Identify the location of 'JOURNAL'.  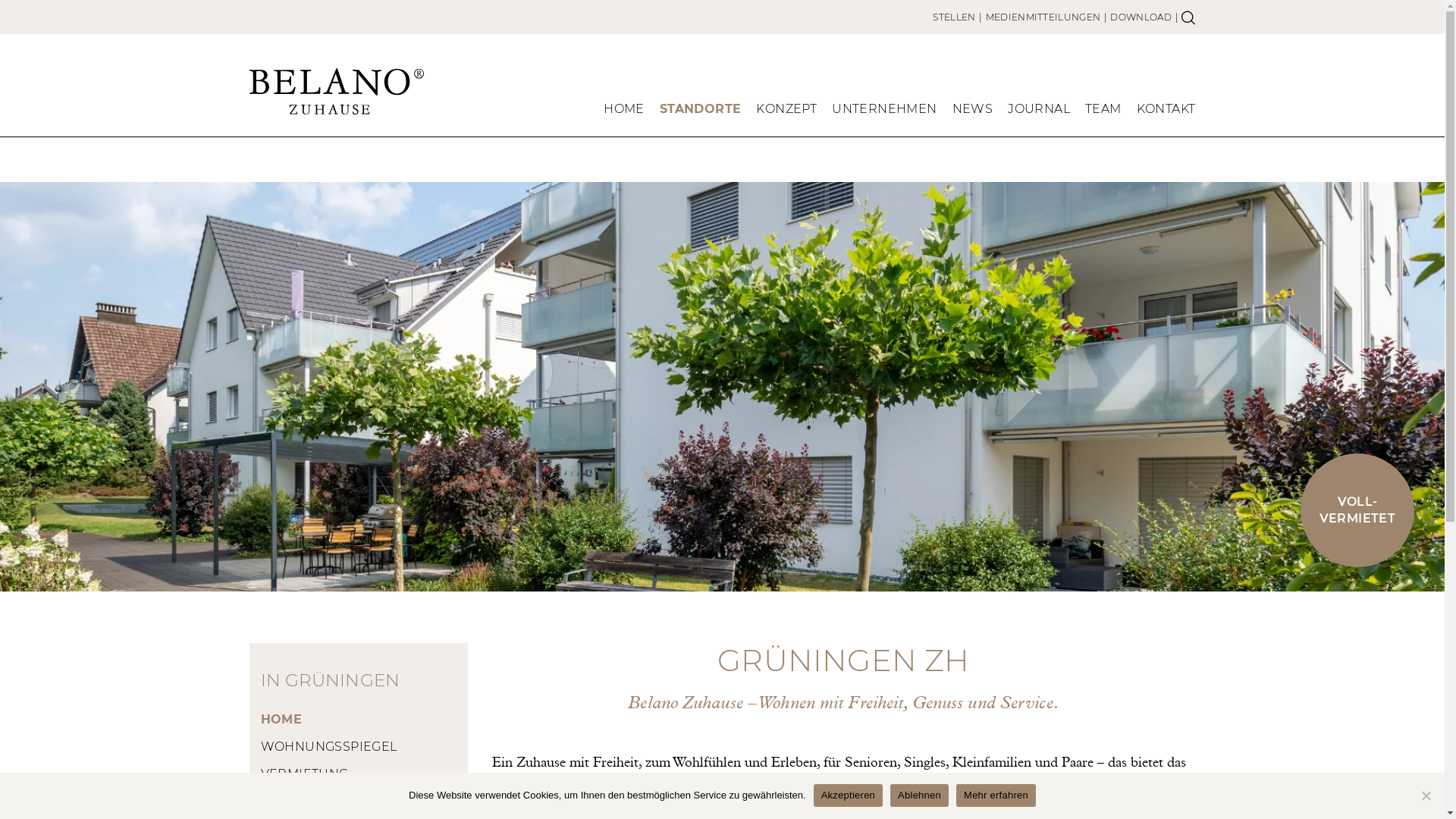
(1037, 111).